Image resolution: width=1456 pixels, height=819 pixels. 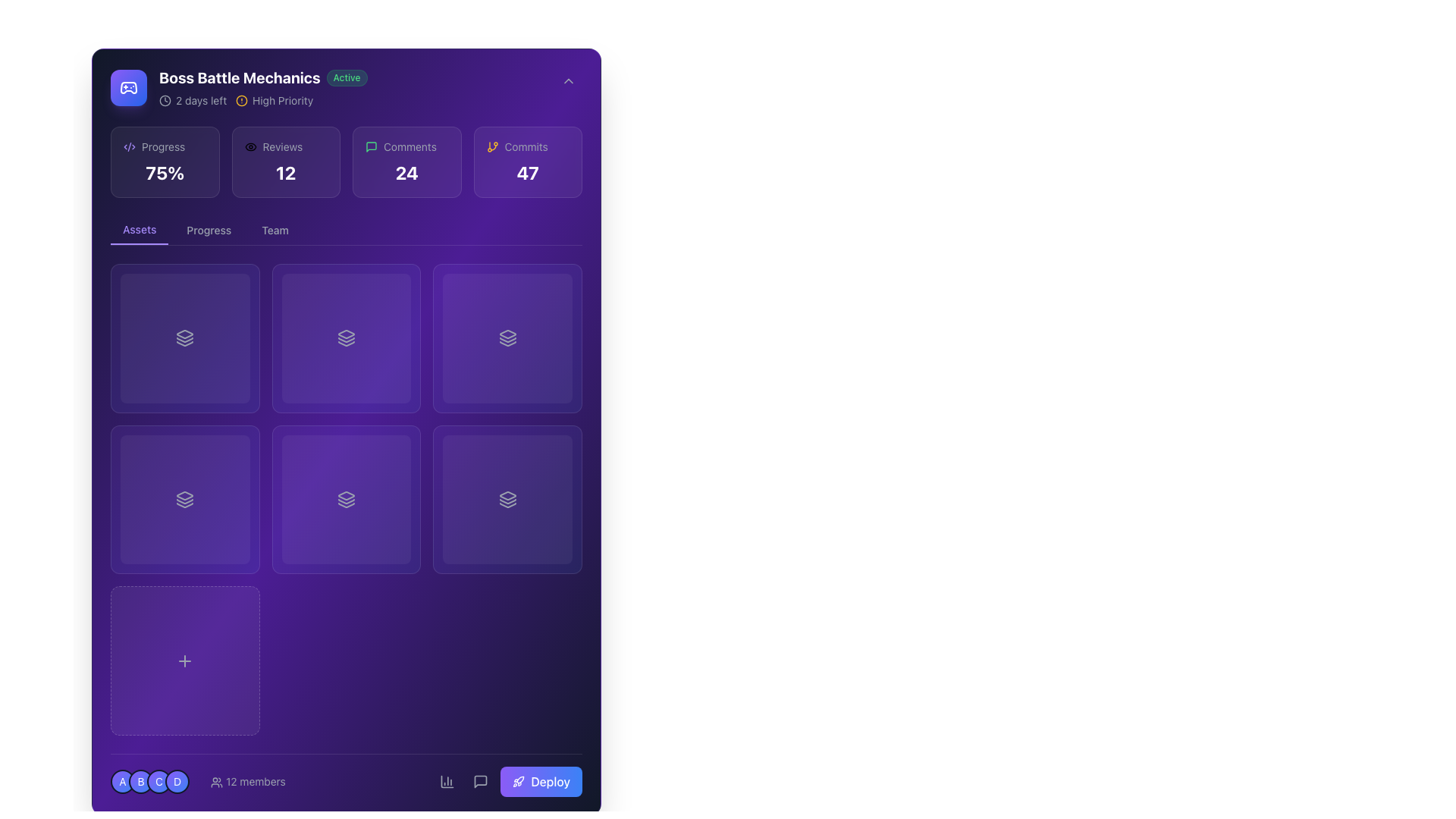 I want to click on the icon representing a feature or option related to layered content, located in the middle-right cell of a 3x3 grid, specifically the fourth icon from the left, so click(x=507, y=337).